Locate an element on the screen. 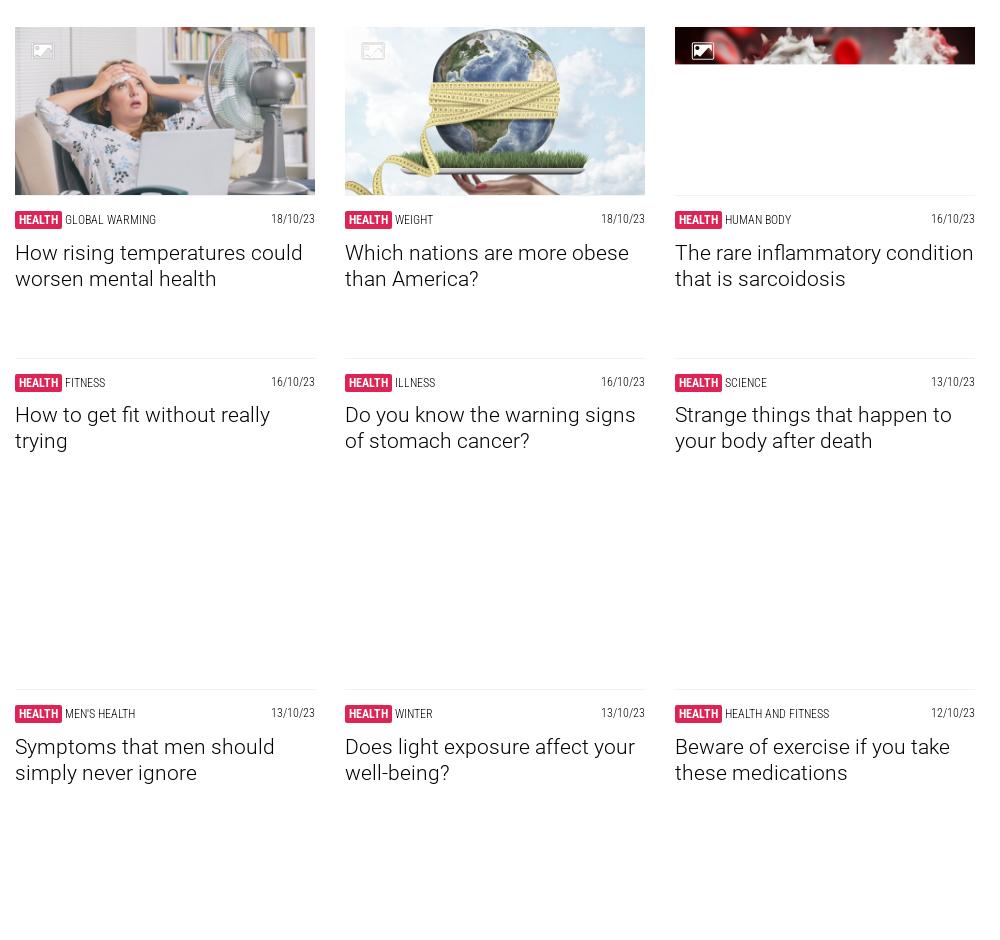 Image resolution: width=1000 pixels, height=940 pixels. 'Weight' is located at coordinates (414, 218).